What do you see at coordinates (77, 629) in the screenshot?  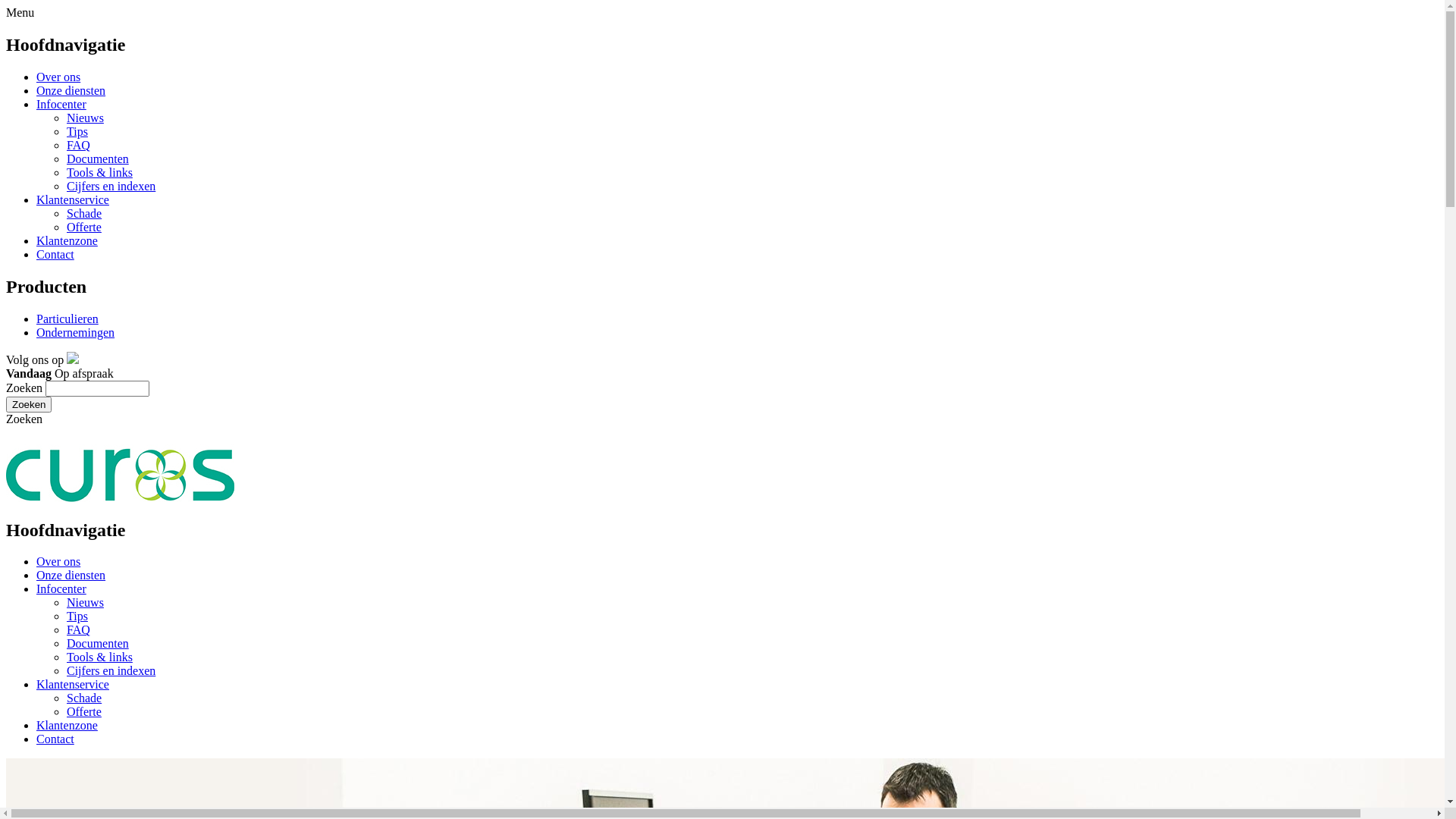 I see `'FAQ'` at bounding box center [77, 629].